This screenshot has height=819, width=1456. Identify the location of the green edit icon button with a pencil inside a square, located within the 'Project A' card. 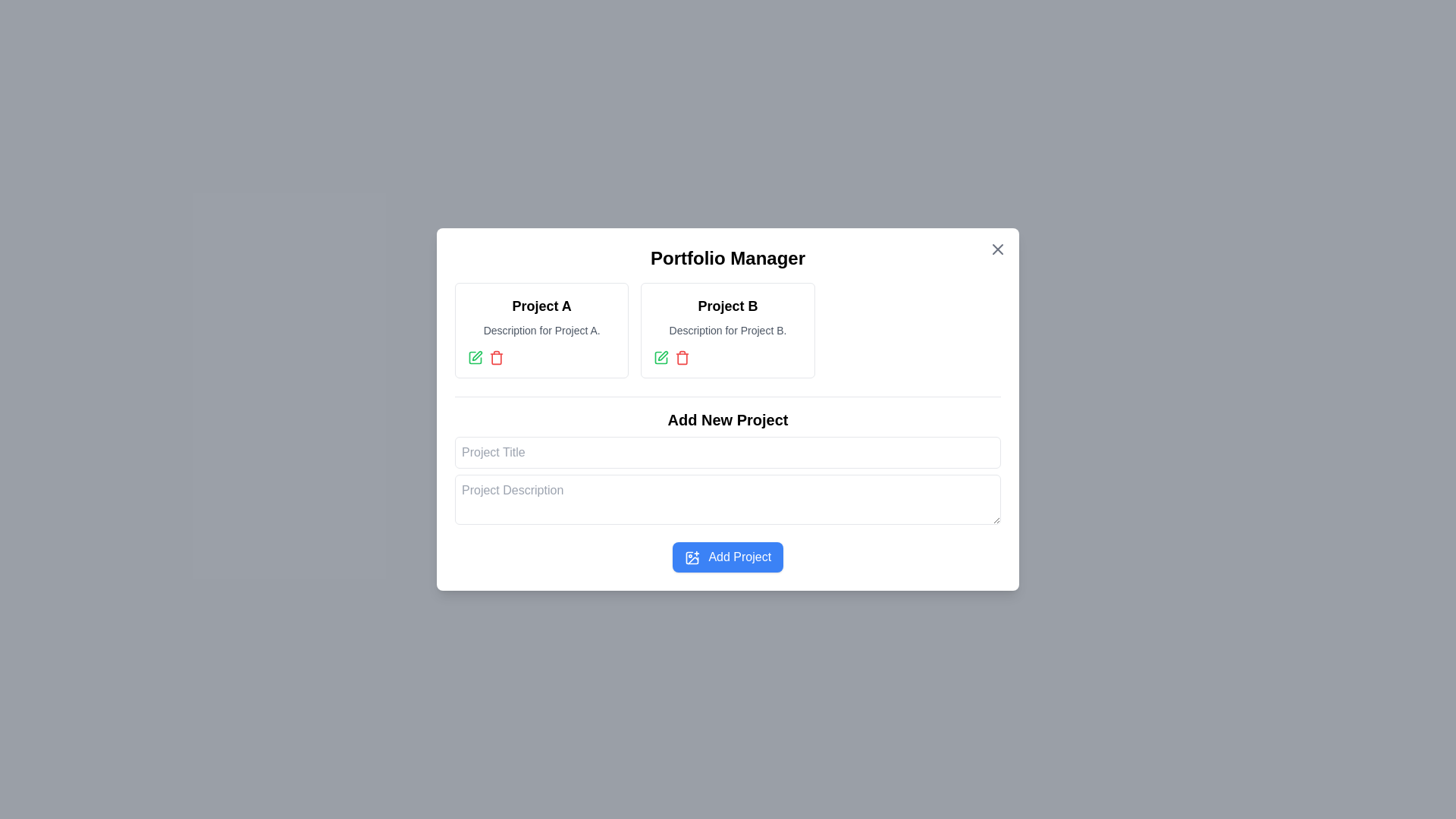
(661, 357).